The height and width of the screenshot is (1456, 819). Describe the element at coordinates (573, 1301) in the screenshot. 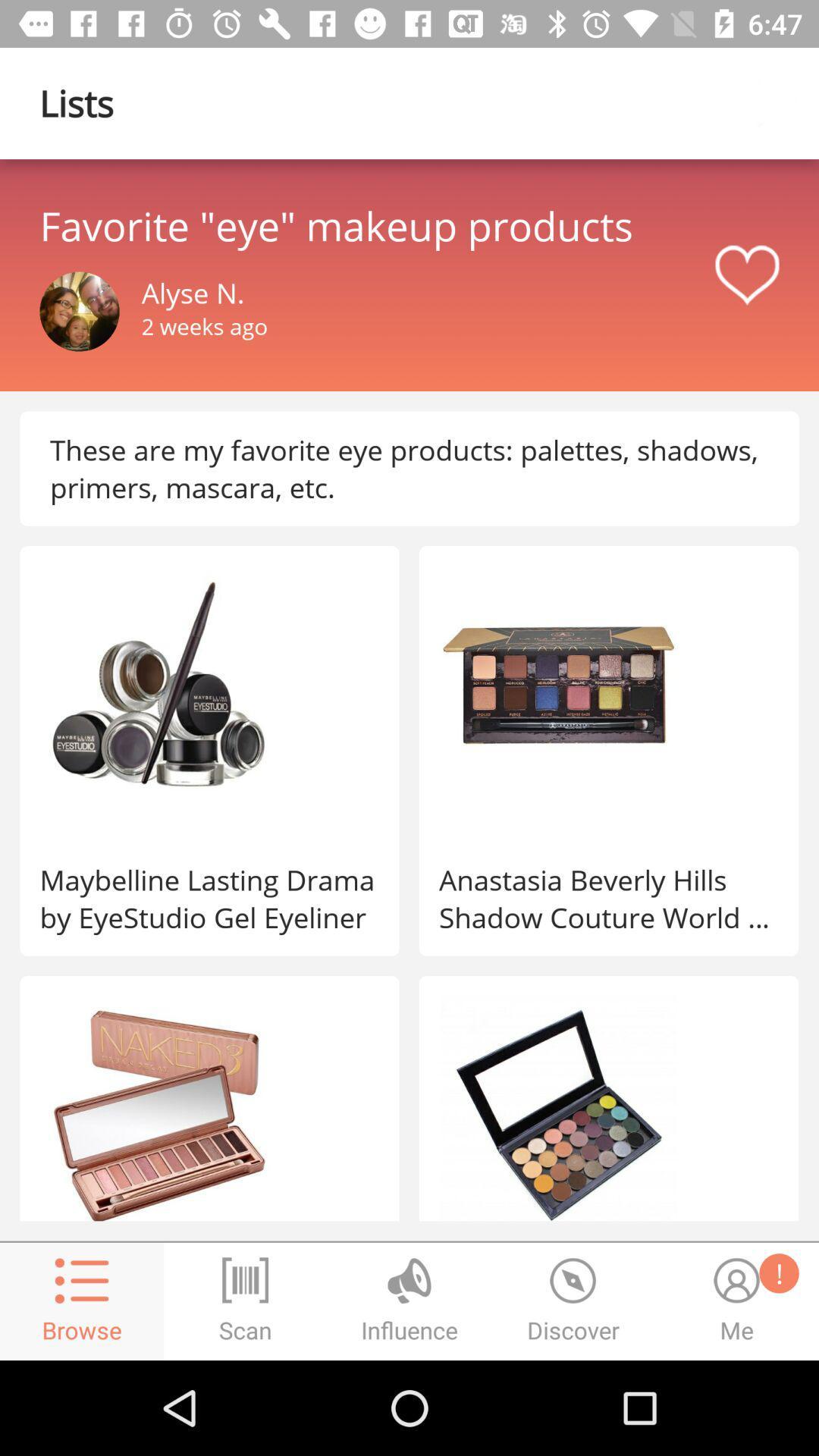

I see `the time icon` at that location.